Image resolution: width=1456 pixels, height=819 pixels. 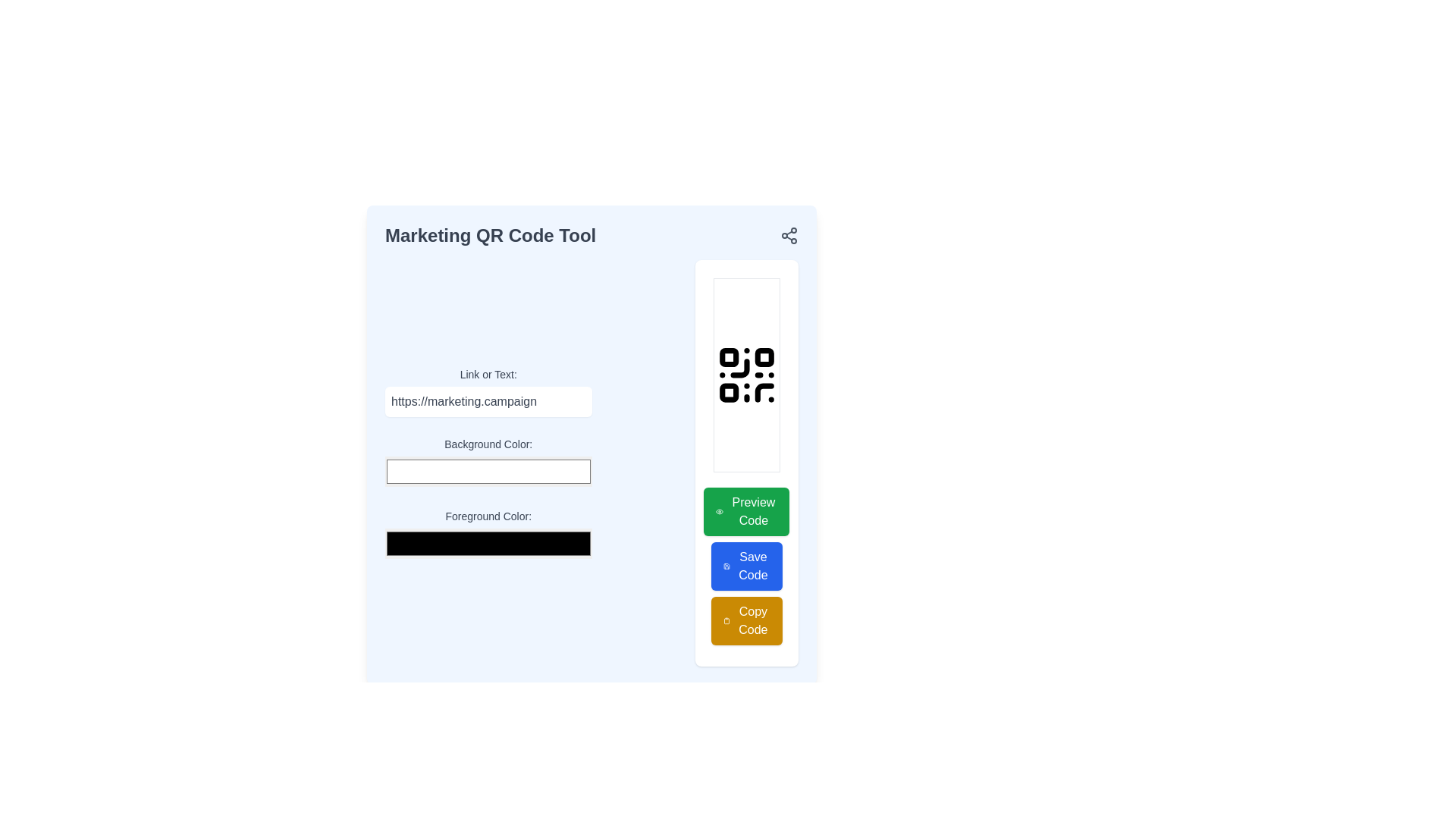 What do you see at coordinates (719, 512) in the screenshot?
I see `the small eye icon with a green background located to the left of the 'Preview Code' text in the green button` at bounding box center [719, 512].